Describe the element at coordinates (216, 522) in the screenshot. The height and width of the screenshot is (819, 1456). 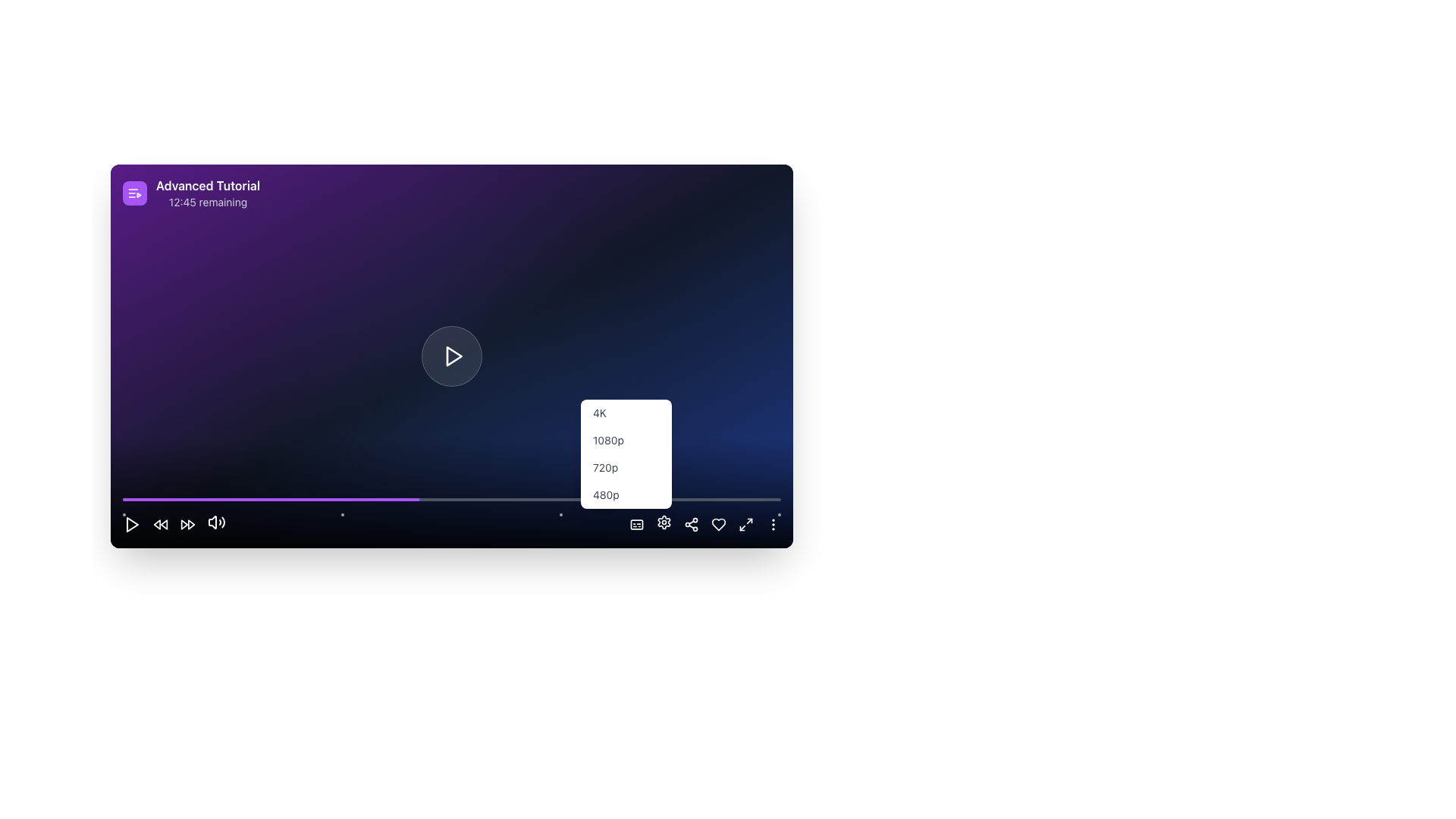
I see `the volume control button, represented by a speaker icon` at that location.